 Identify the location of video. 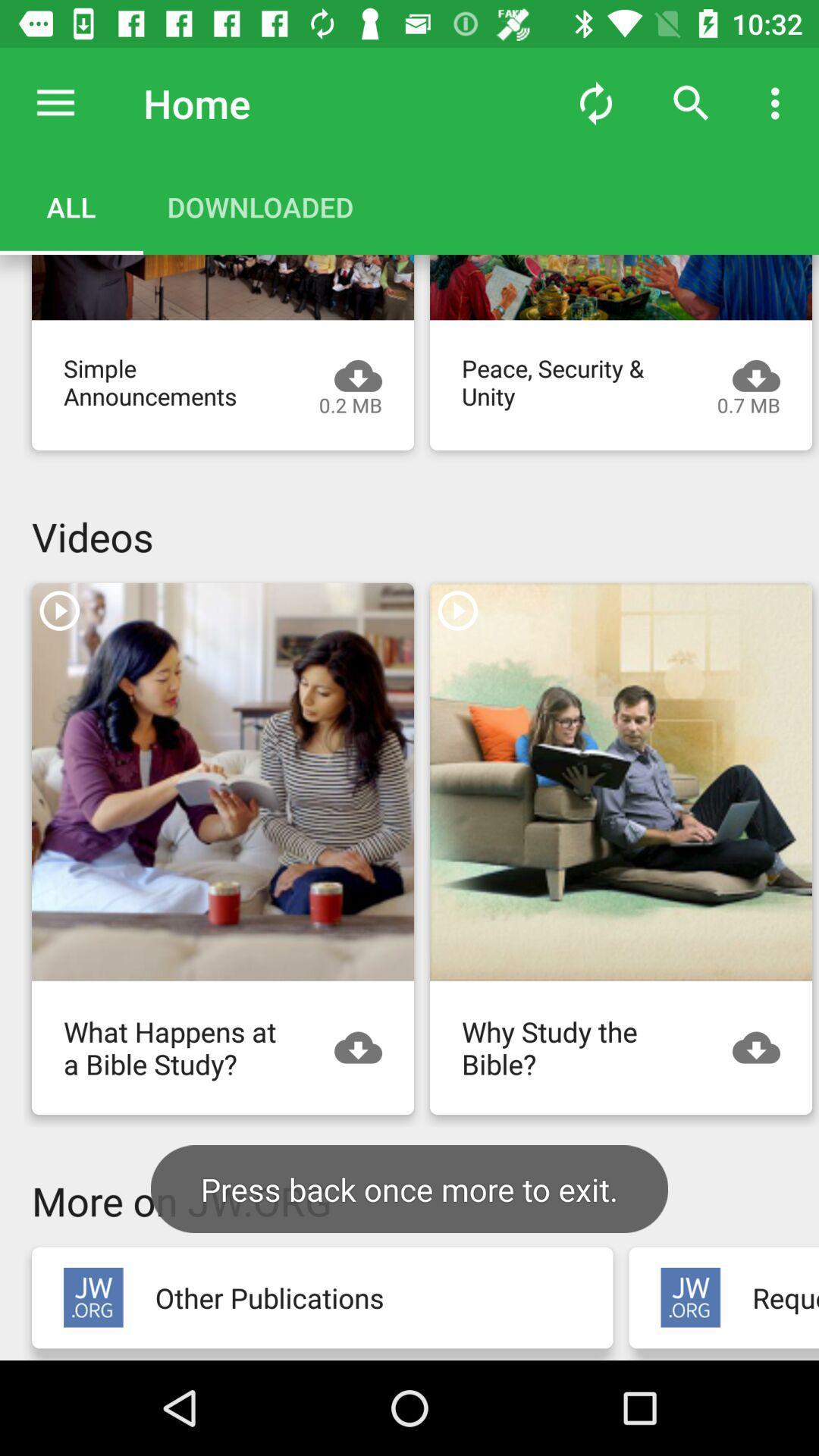
(620, 287).